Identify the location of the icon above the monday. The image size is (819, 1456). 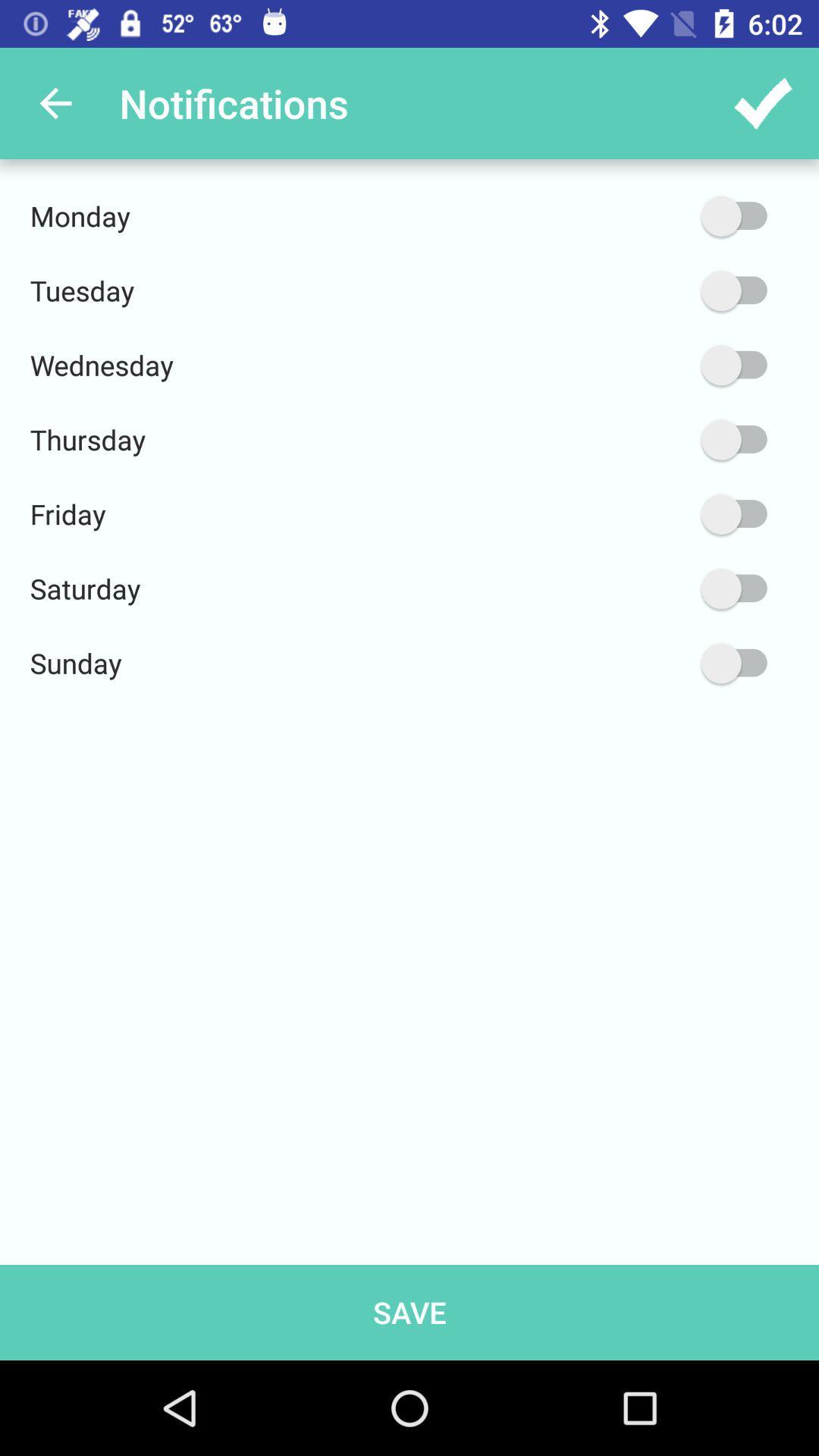
(55, 102).